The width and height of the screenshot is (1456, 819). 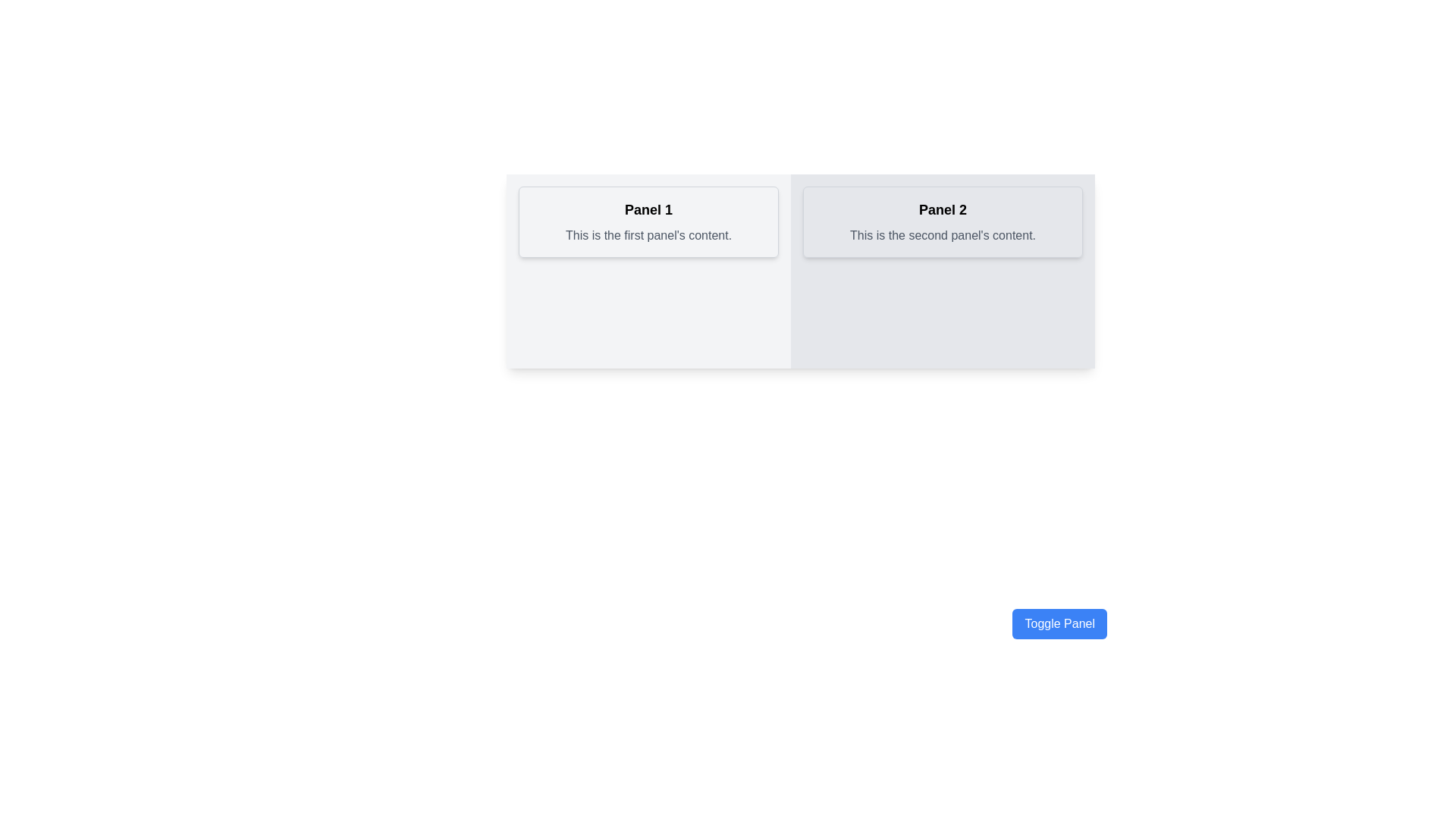 I want to click on the text label displaying 'Panel 2', which is a large, bold, black font located at the top of the second panel in a horizontal list, so click(x=942, y=210).